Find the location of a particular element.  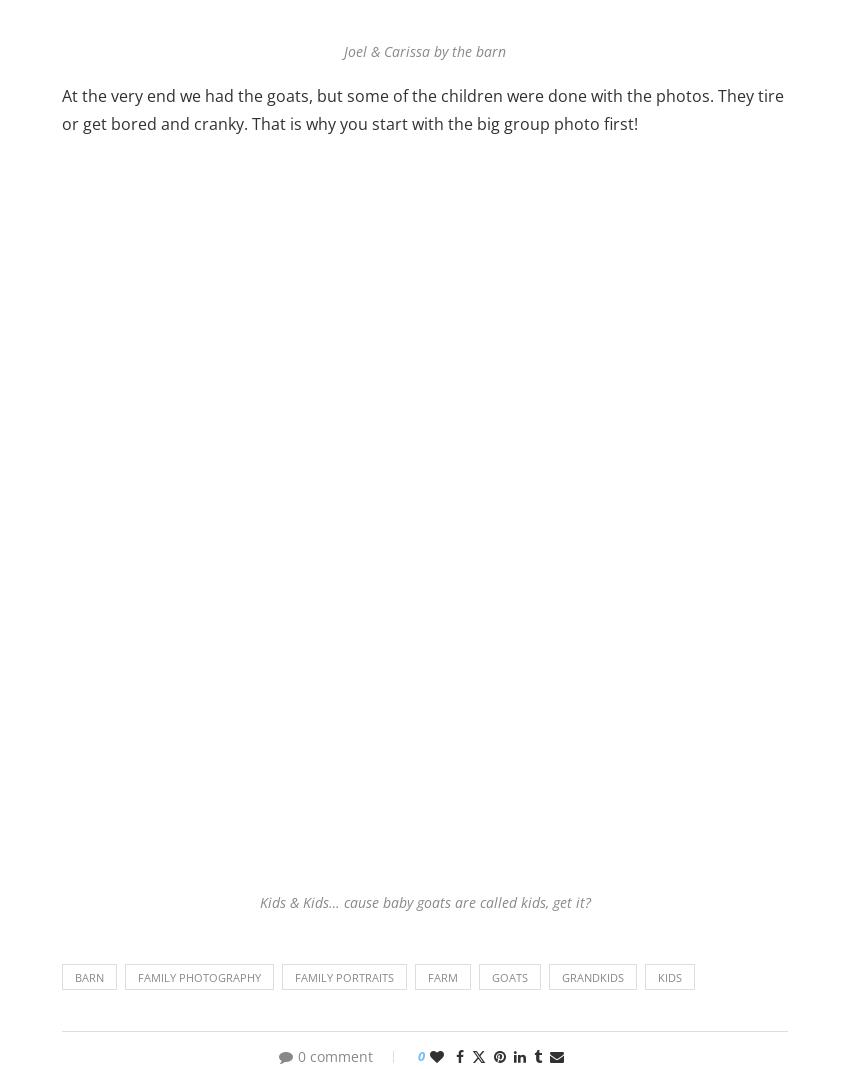

'family portraits' is located at coordinates (343, 976).